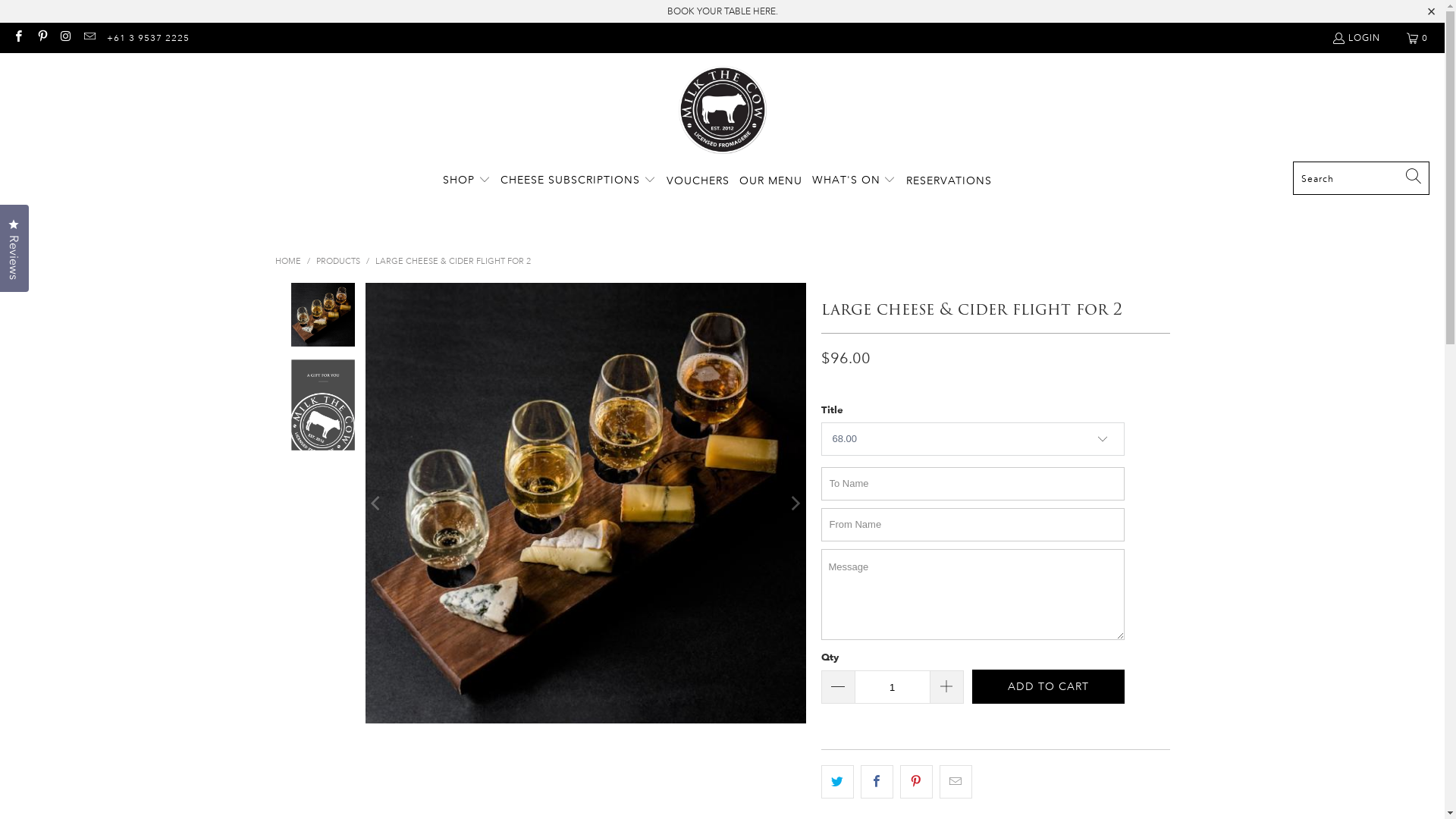  I want to click on 'Milk the Cow Licensed Fromagerie on Pinterest', so click(41, 36).